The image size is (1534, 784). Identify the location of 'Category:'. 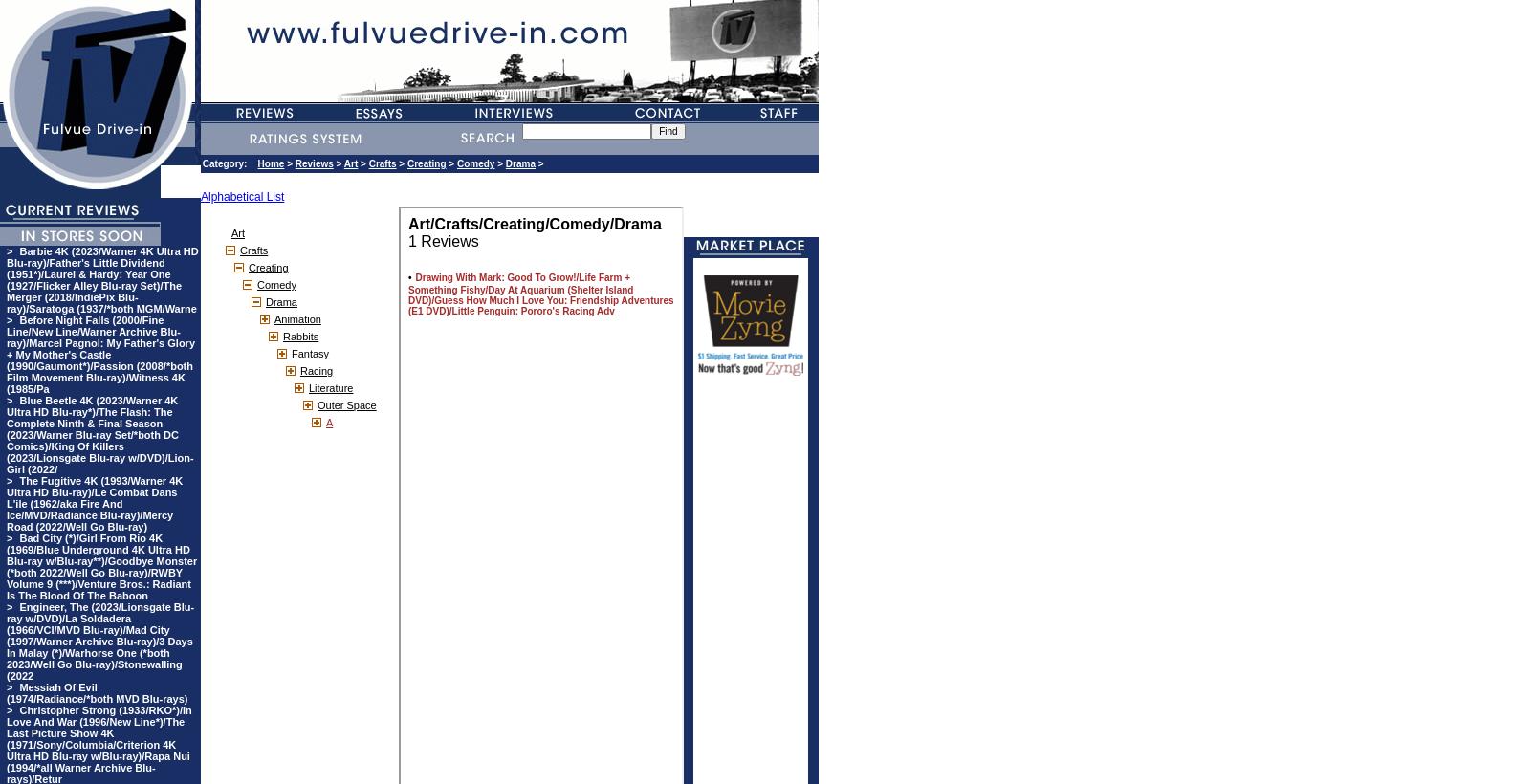
(228, 163).